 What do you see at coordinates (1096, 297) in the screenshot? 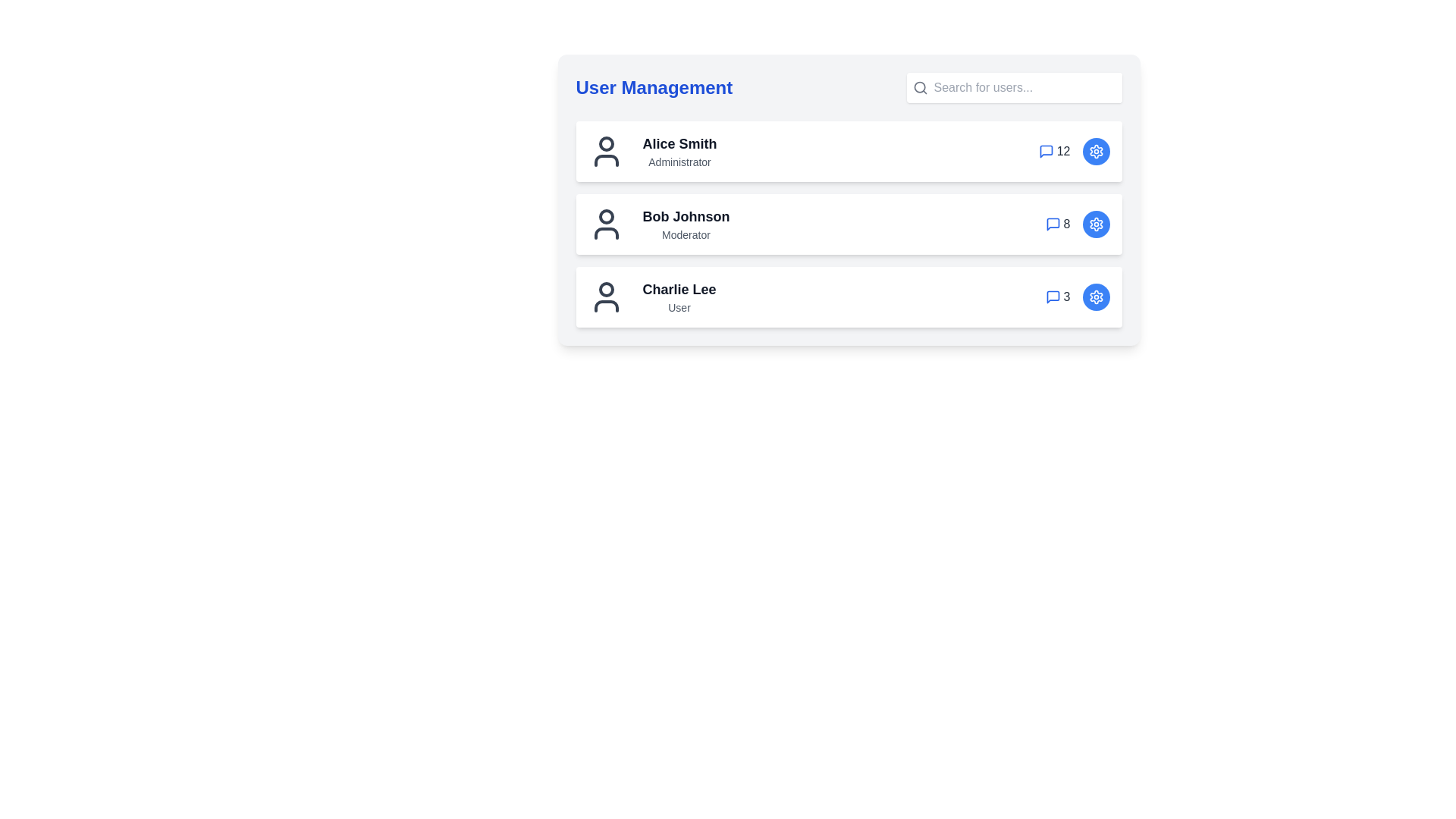
I see `settings button for the user identified by Charlie Lee` at bounding box center [1096, 297].